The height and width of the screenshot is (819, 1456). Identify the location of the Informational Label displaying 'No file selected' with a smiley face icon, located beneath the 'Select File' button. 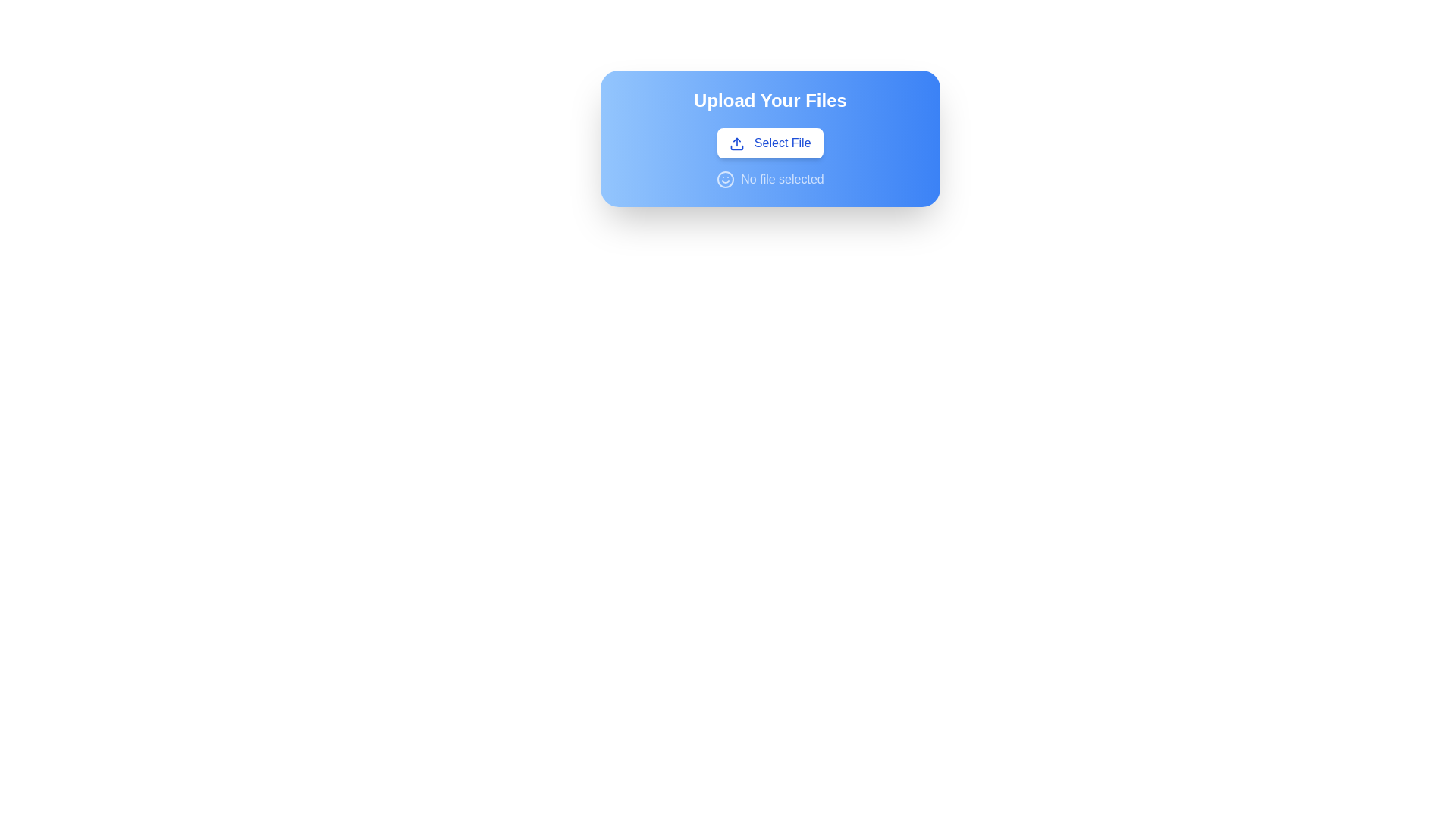
(770, 178).